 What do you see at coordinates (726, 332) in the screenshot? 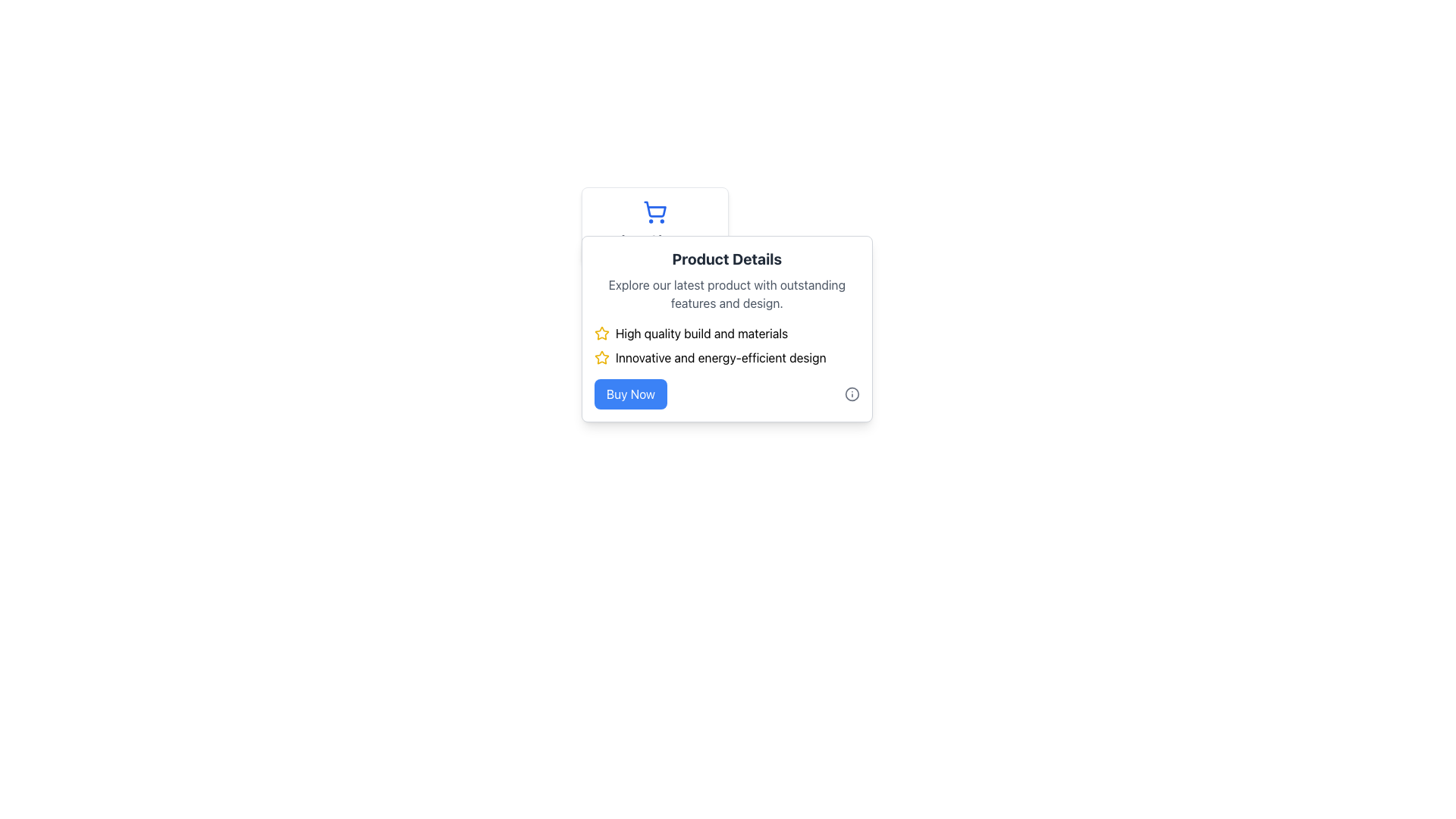
I see `the Text with Icon element that features a yellow star icon and the text 'High quality build and materials,' positioned in the Product Details section` at bounding box center [726, 332].